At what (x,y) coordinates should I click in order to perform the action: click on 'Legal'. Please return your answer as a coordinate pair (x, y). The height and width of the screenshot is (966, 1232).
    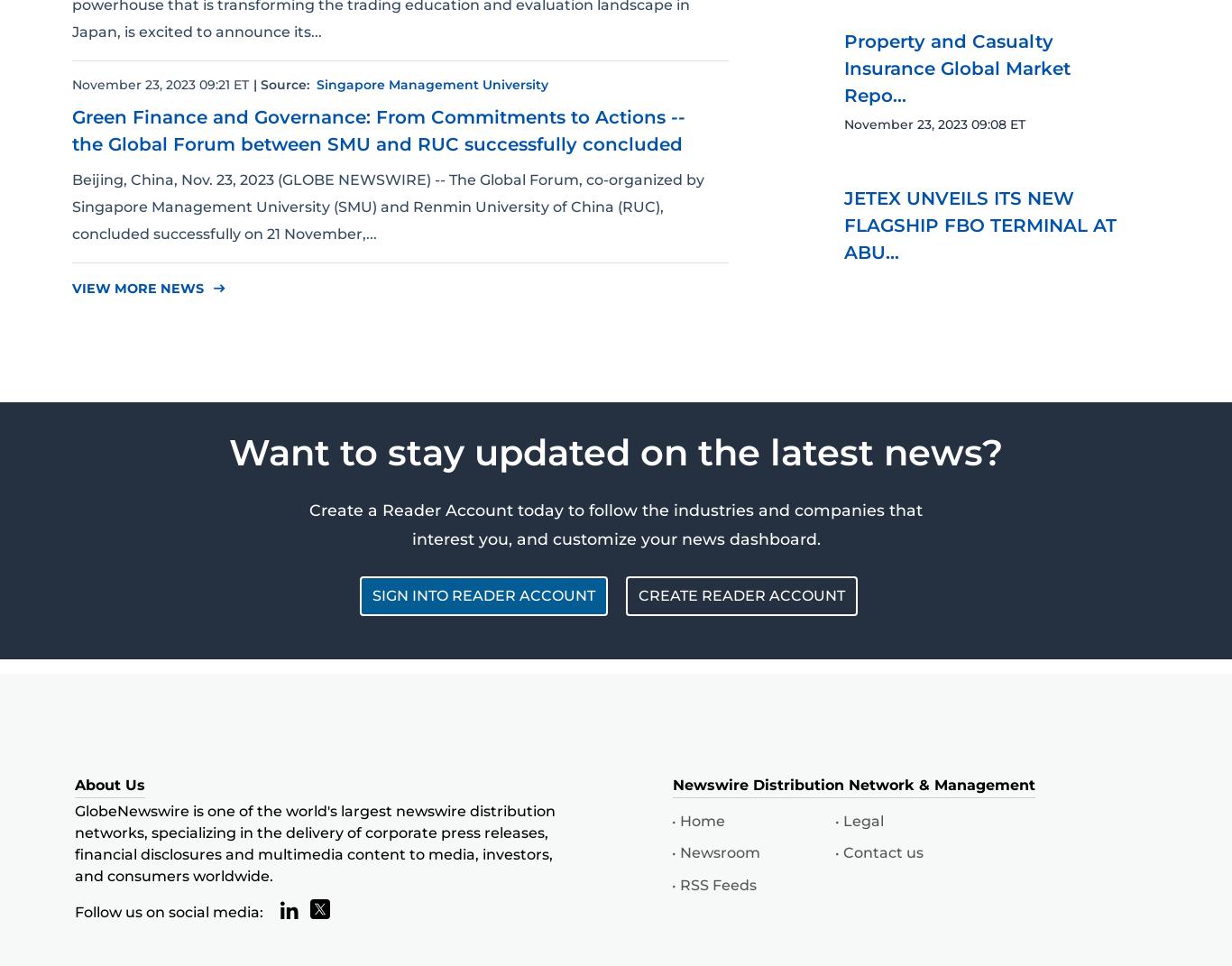
    Looking at the image, I should click on (843, 821).